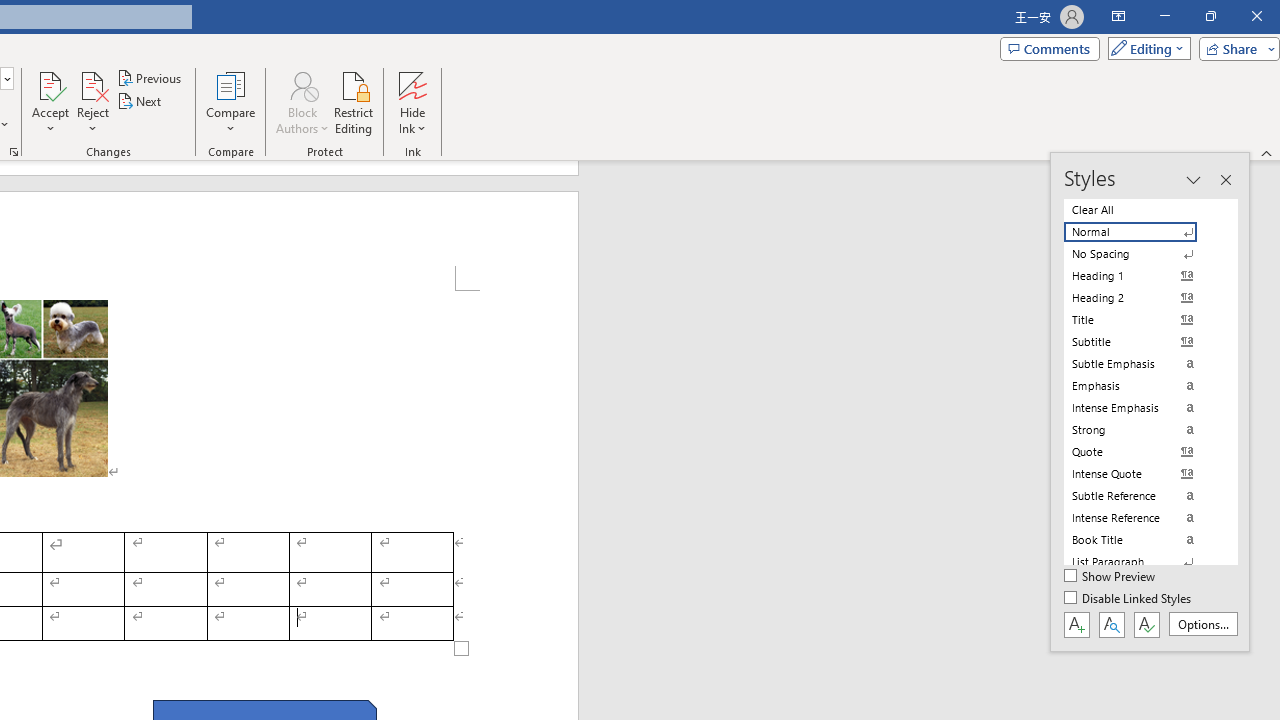 The width and height of the screenshot is (1280, 720). I want to click on 'Disable Linked Styles', so click(1129, 598).